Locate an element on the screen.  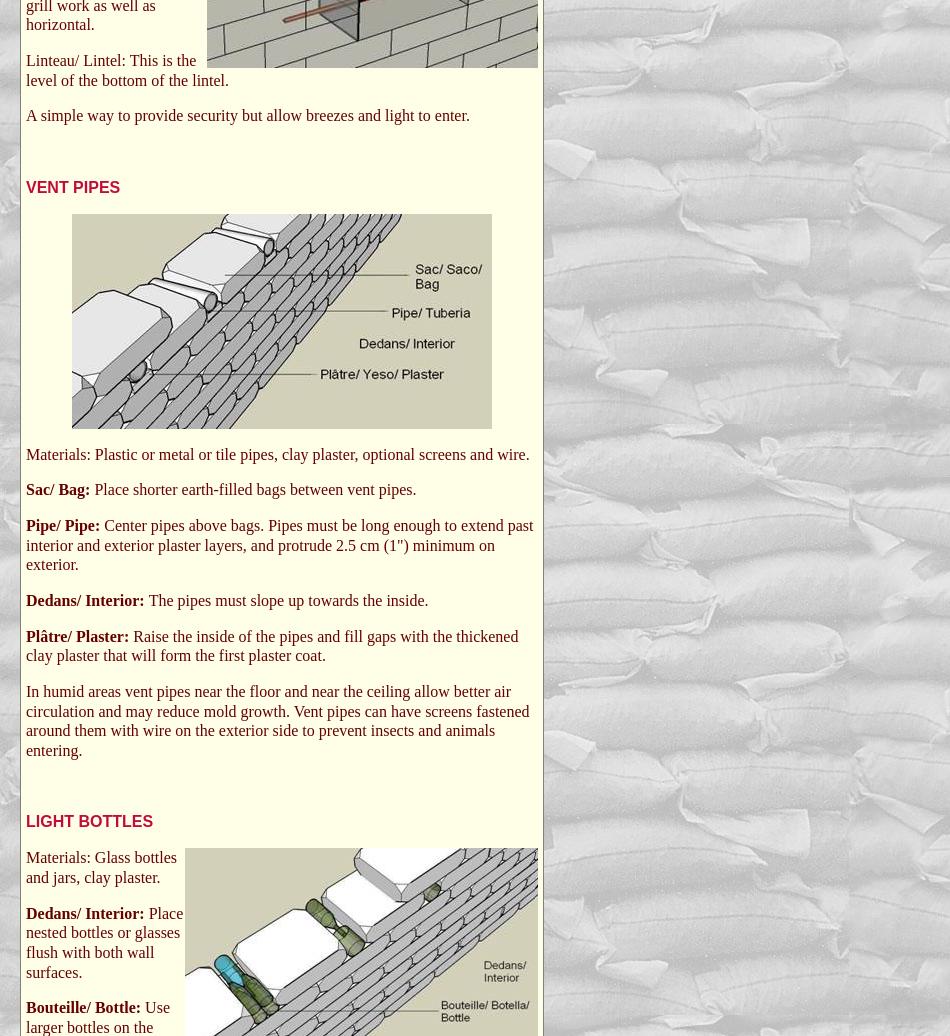
'Linteau/ Lintel: This is the level of the bottom of the lintel.' is located at coordinates (127, 70).